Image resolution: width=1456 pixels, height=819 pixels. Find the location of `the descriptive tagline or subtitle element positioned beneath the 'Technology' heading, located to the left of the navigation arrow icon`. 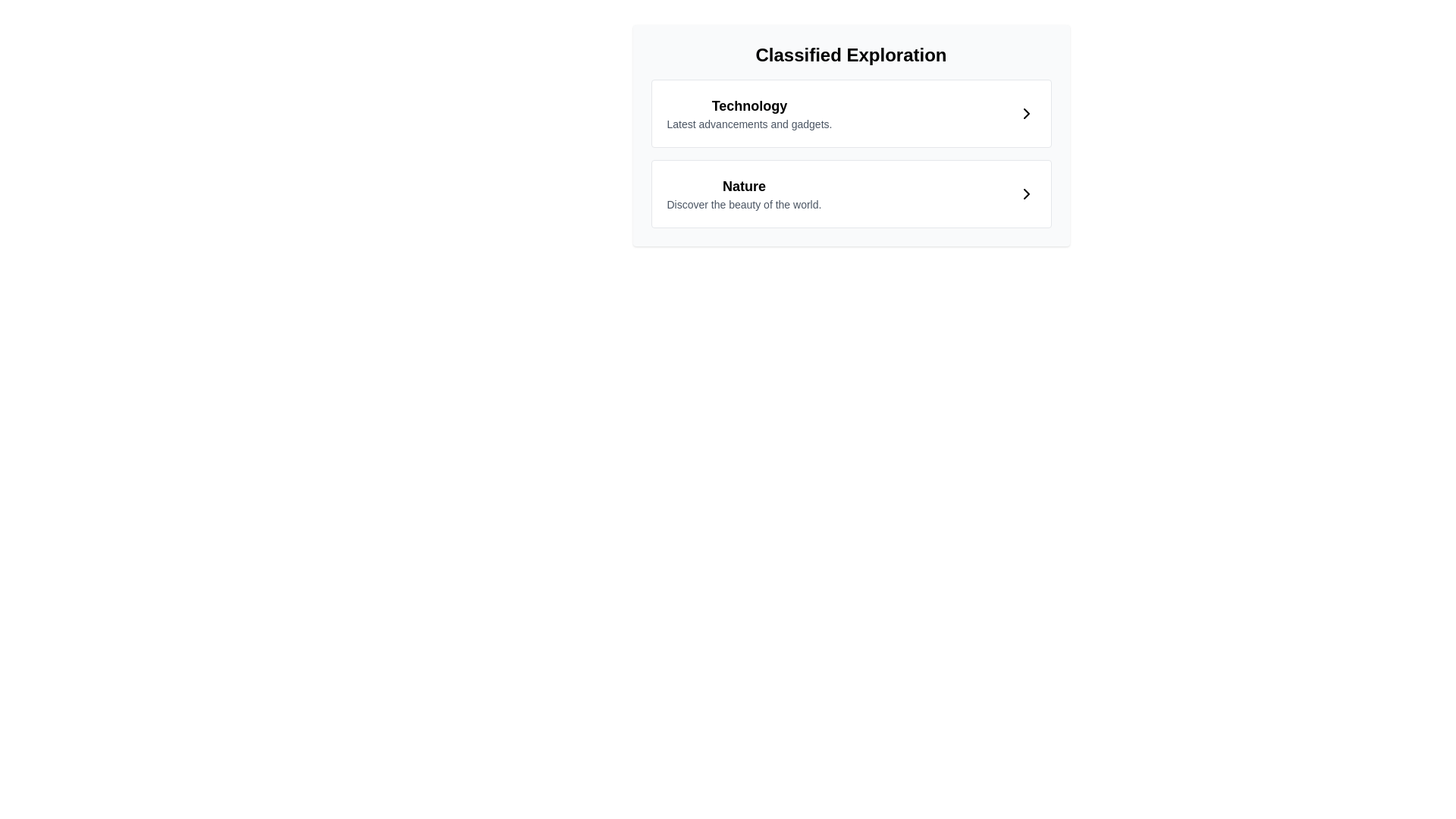

the descriptive tagline or subtitle element positioned beneath the 'Technology' heading, located to the left of the navigation arrow icon is located at coordinates (749, 124).